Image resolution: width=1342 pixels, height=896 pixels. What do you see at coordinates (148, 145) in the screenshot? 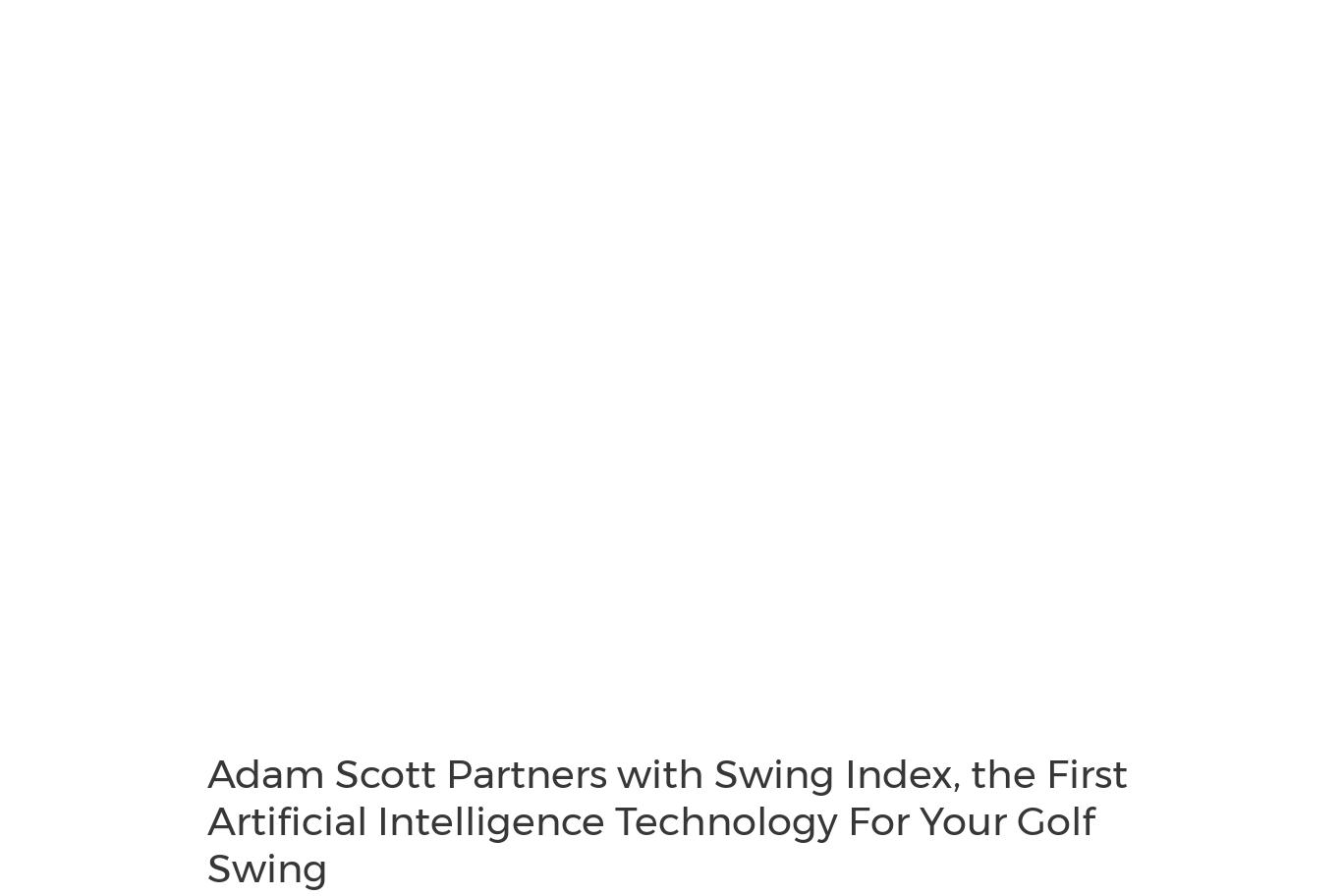
I see `'Cision Communications Cloud®'` at bounding box center [148, 145].